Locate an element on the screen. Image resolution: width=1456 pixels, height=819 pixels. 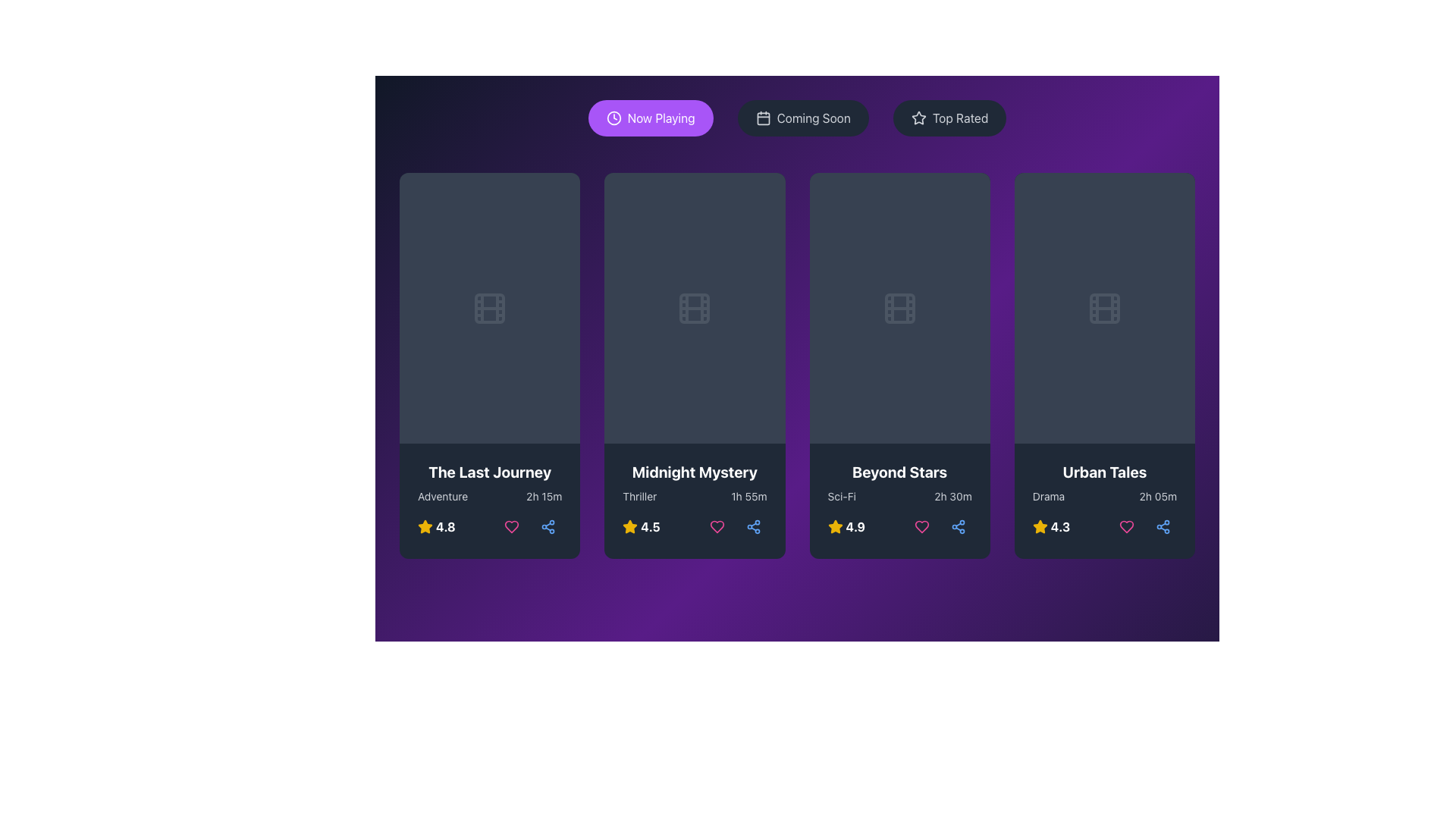
text displayed as '2h 05m', which is styled in a small font and is located to the right of the 'Drama' text within the movie card for 'Urban Tales' is located at coordinates (1157, 497).